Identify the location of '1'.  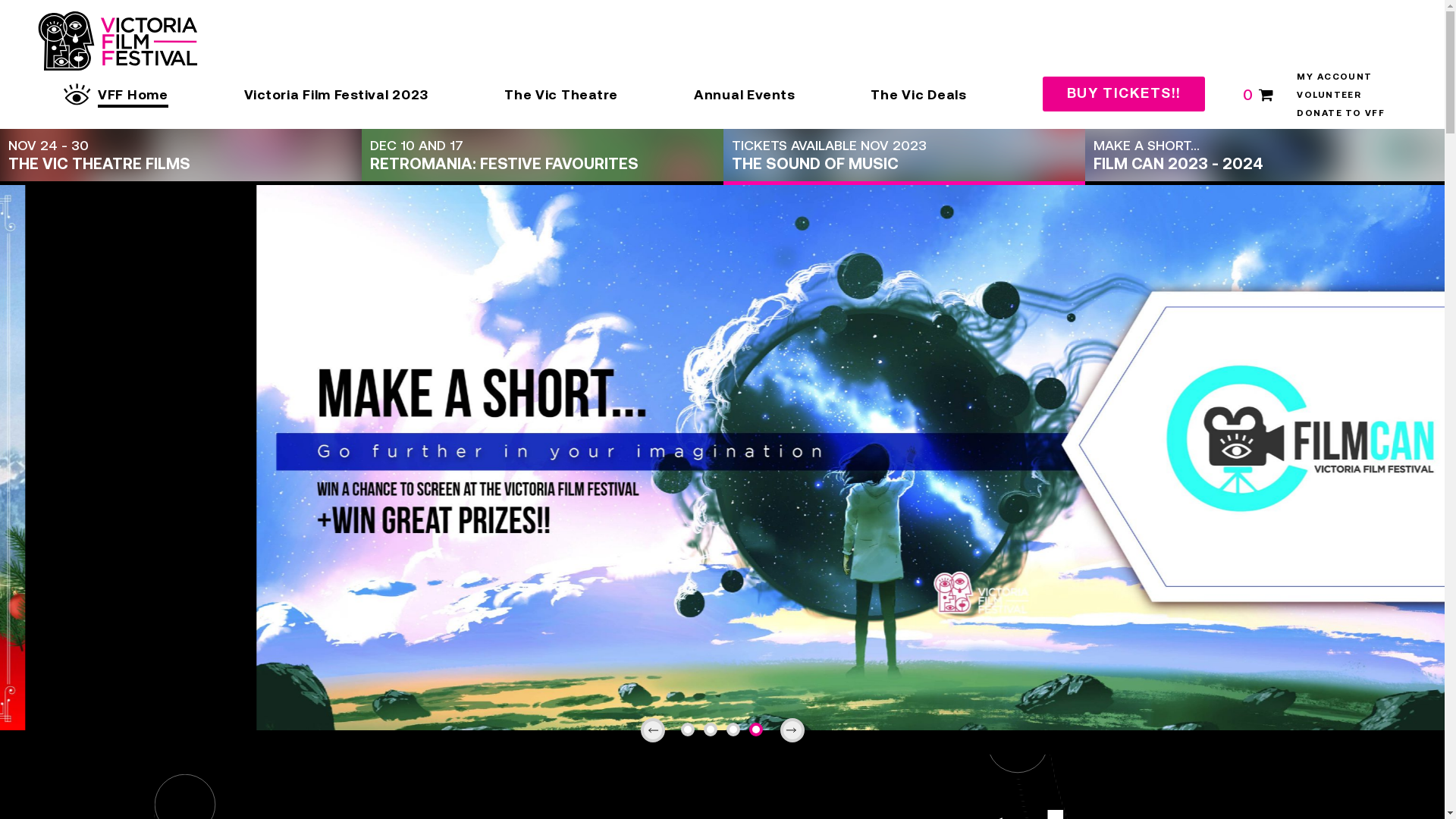
(687, 730).